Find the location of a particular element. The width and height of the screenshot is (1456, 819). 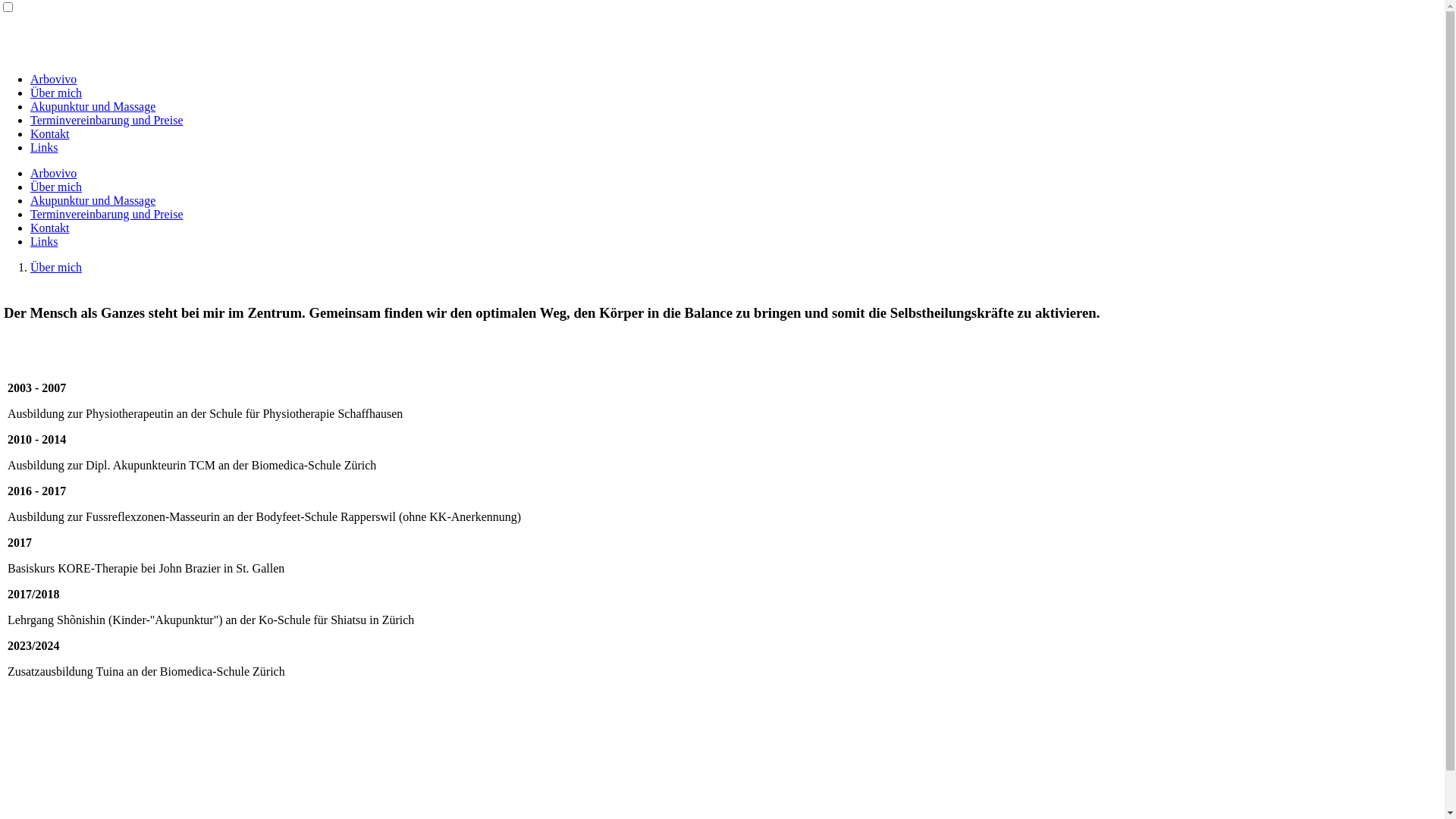

'Terminvereinbarung und Preise' is located at coordinates (105, 214).